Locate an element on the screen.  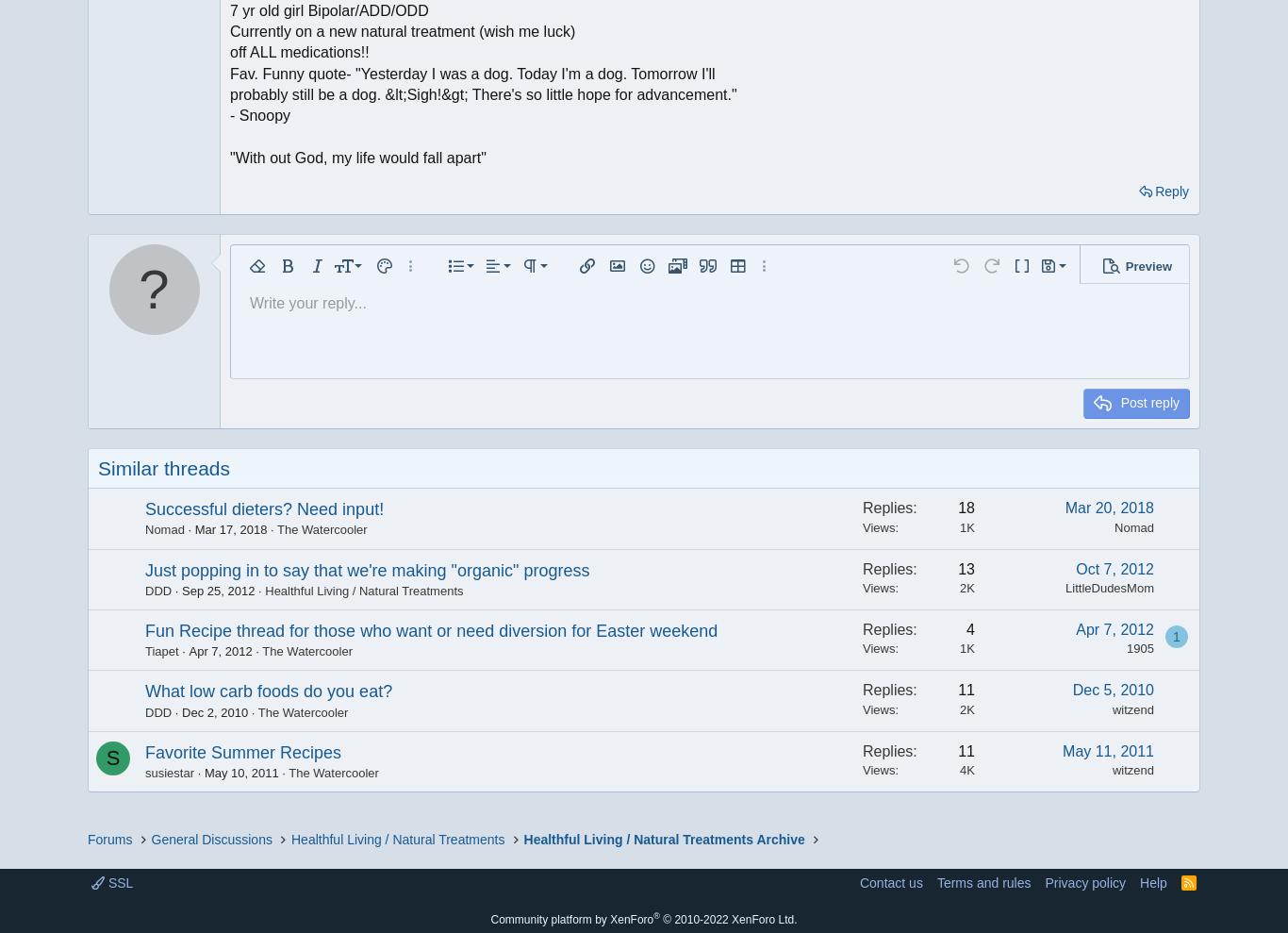
'Dec 5, 2010' is located at coordinates (1113, 690).